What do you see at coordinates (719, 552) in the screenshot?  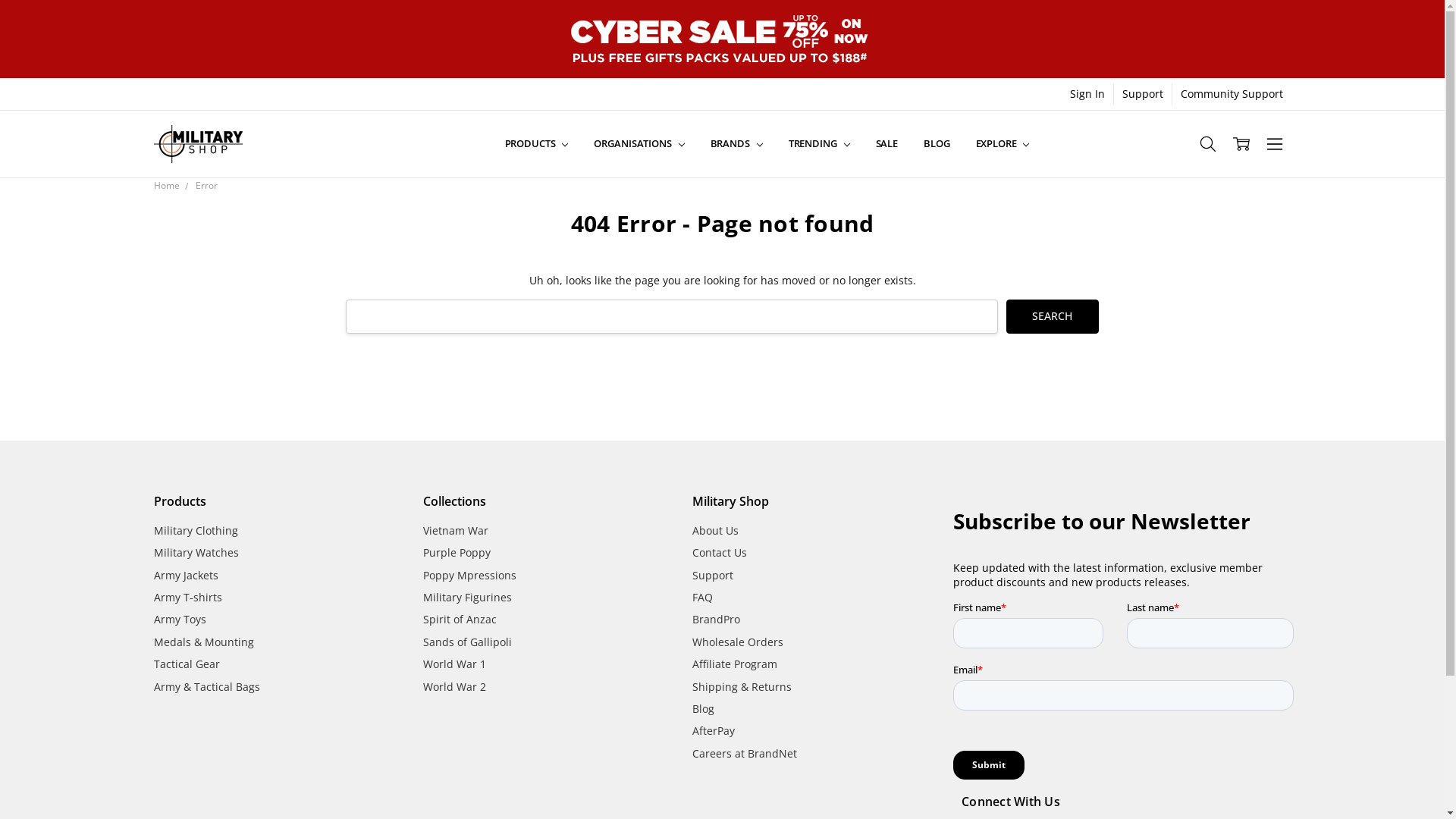 I see `'Contact Us'` at bounding box center [719, 552].